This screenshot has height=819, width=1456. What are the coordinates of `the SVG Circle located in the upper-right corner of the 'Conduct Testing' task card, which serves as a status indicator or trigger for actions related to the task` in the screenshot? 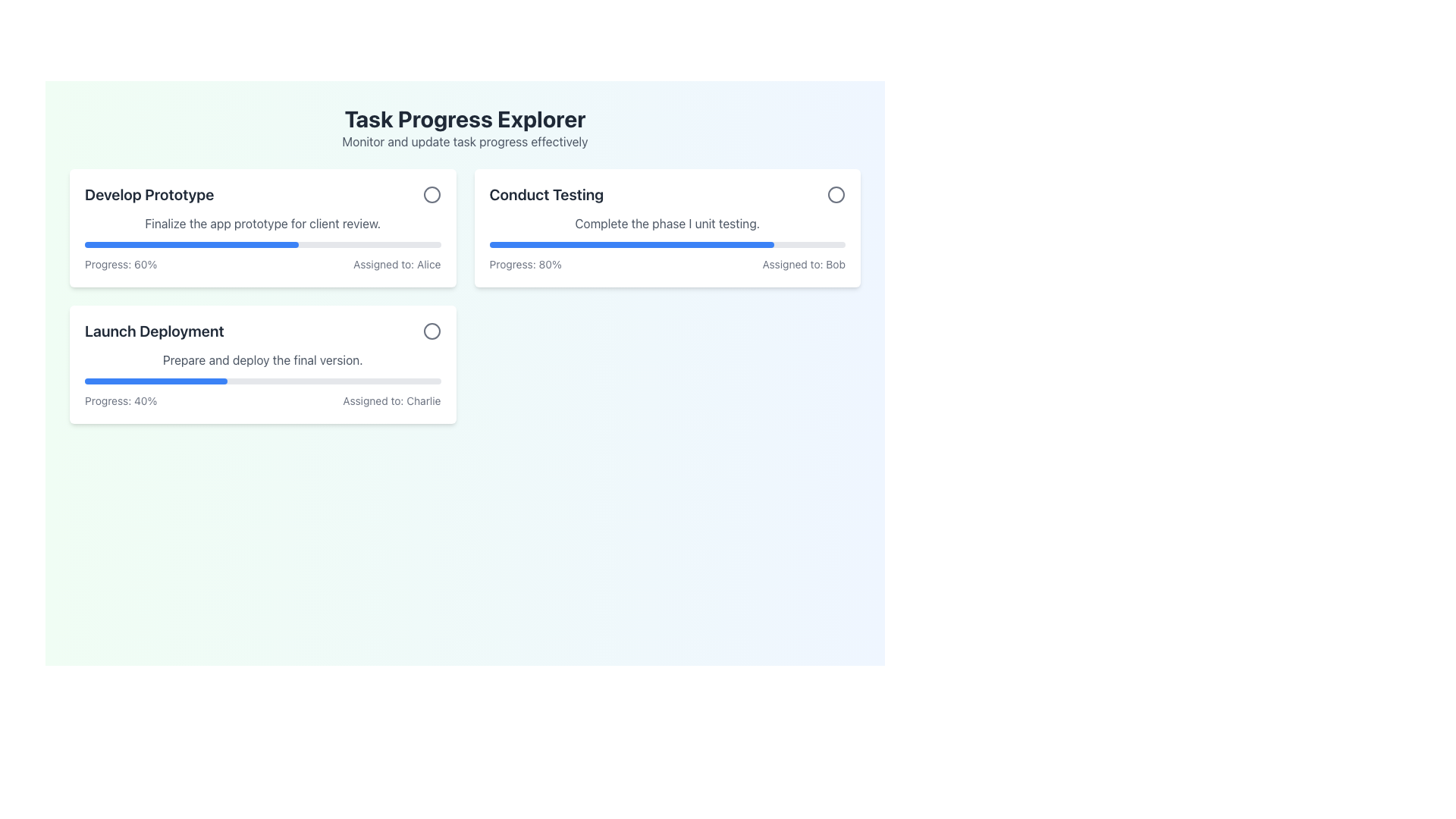 It's located at (836, 194).